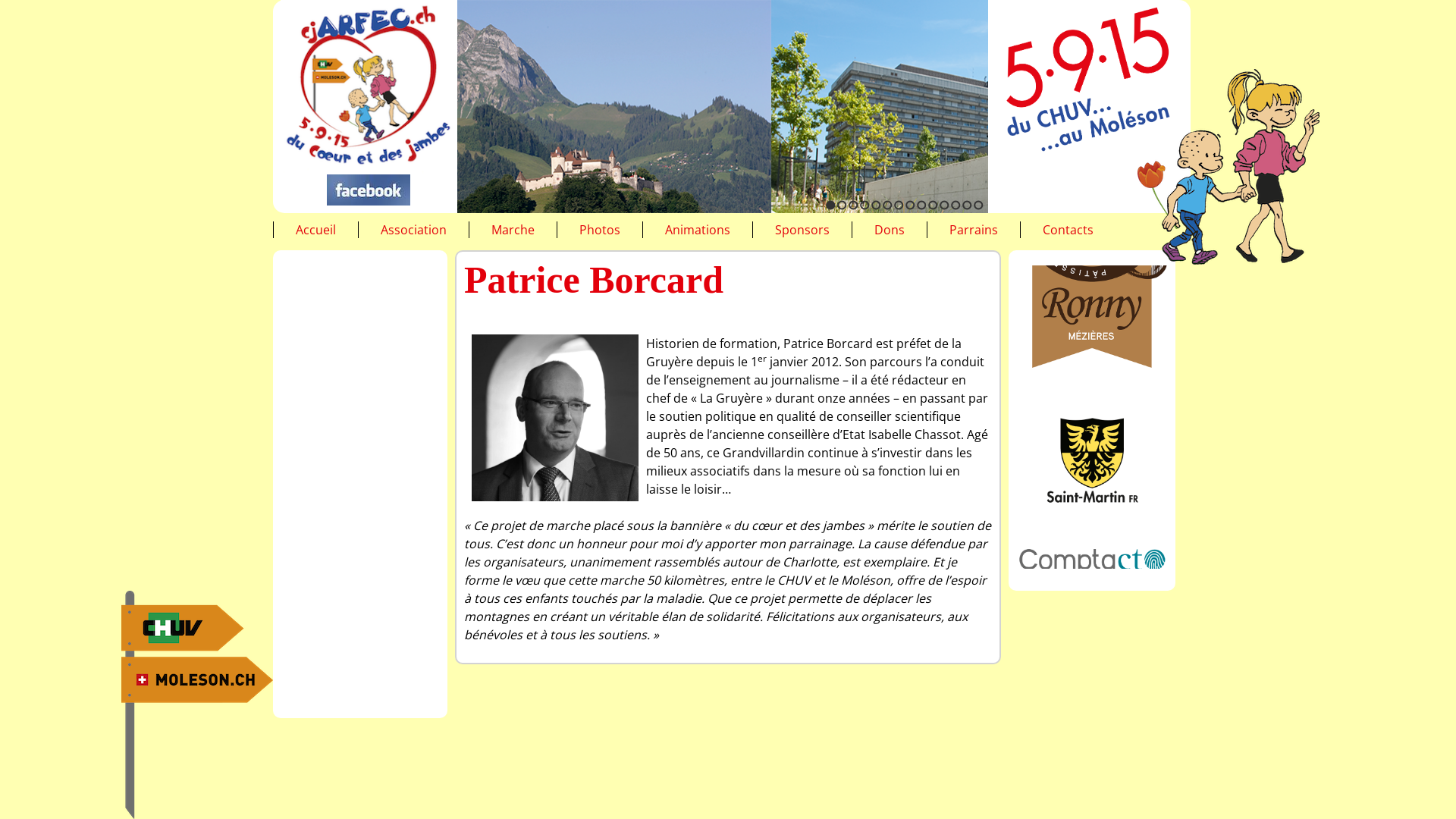 This screenshot has width=1456, height=819. I want to click on 'Animations', so click(697, 230).